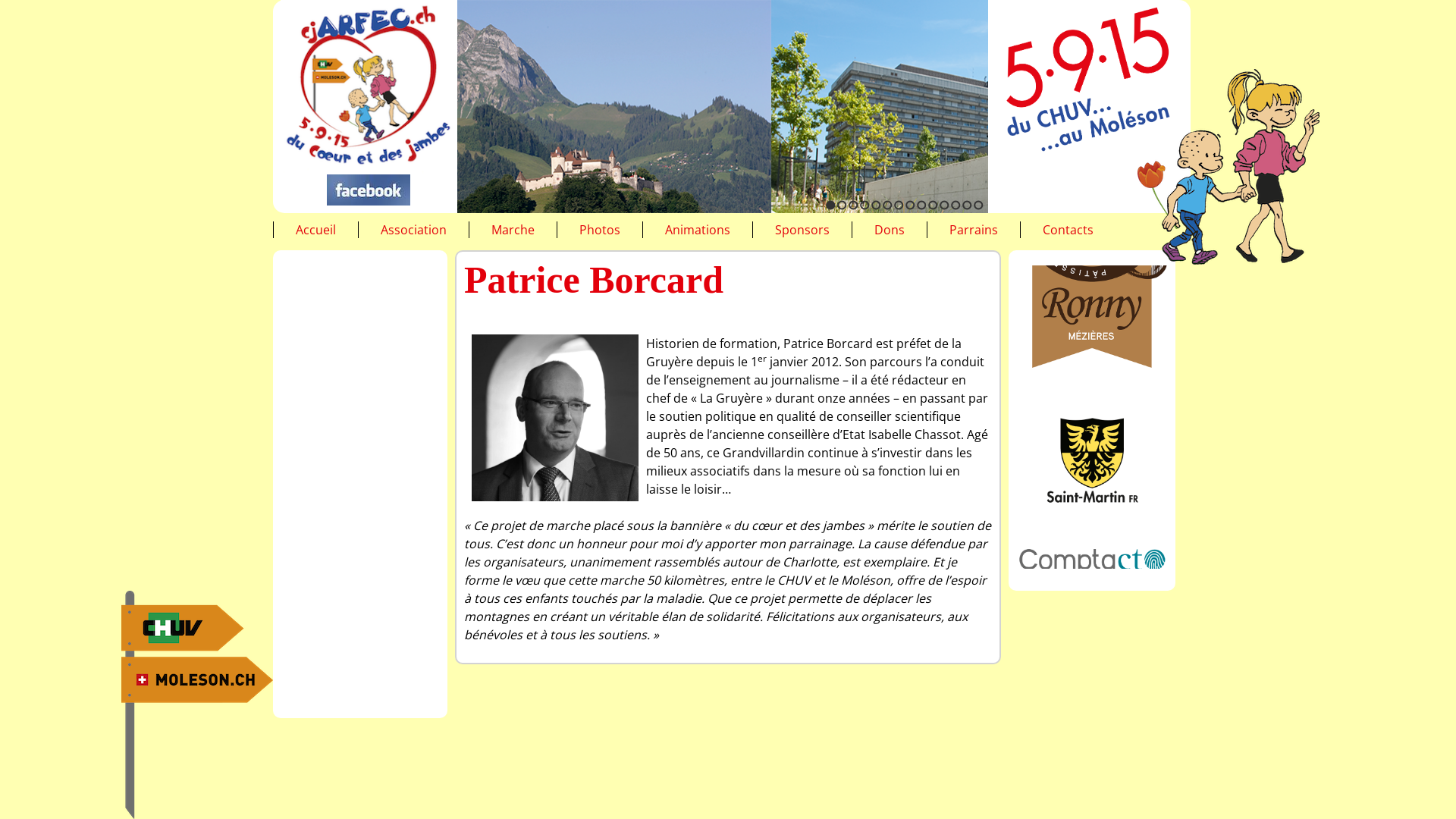 This screenshot has width=1456, height=819. I want to click on 'Animations', so click(697, 230).